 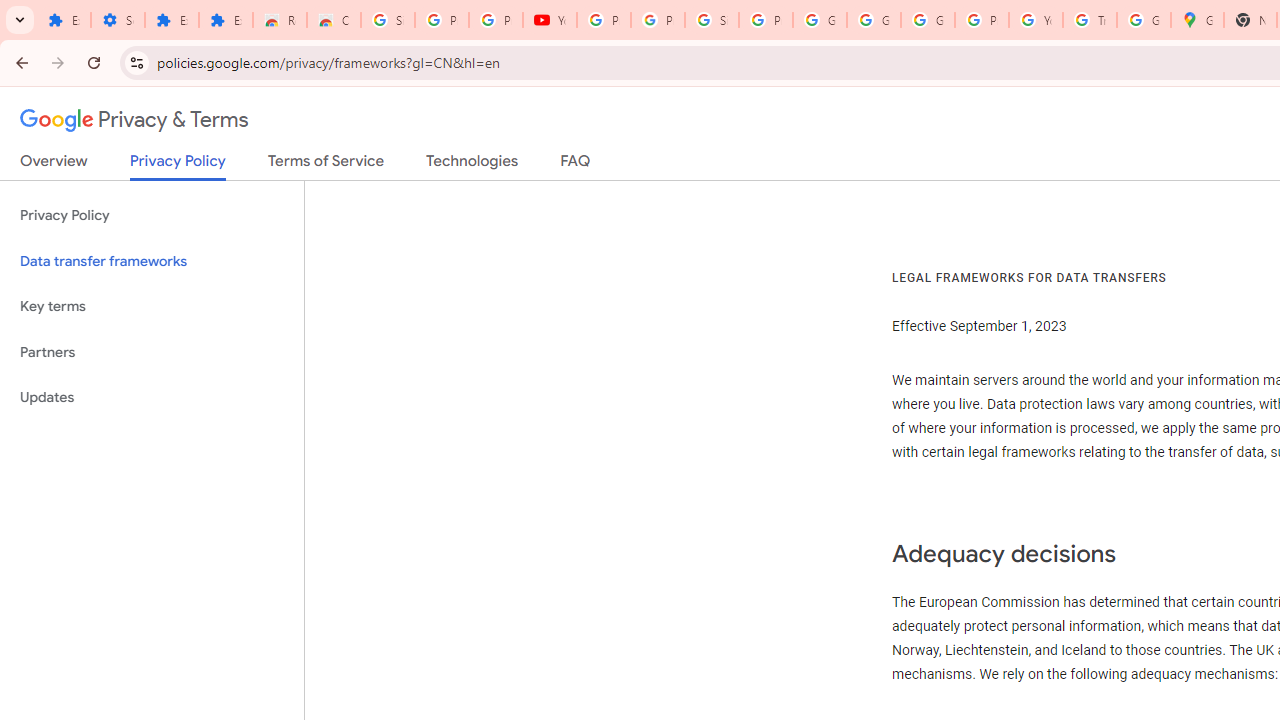 I want to click on 'Google Maps', so click(x=1197, y=20).